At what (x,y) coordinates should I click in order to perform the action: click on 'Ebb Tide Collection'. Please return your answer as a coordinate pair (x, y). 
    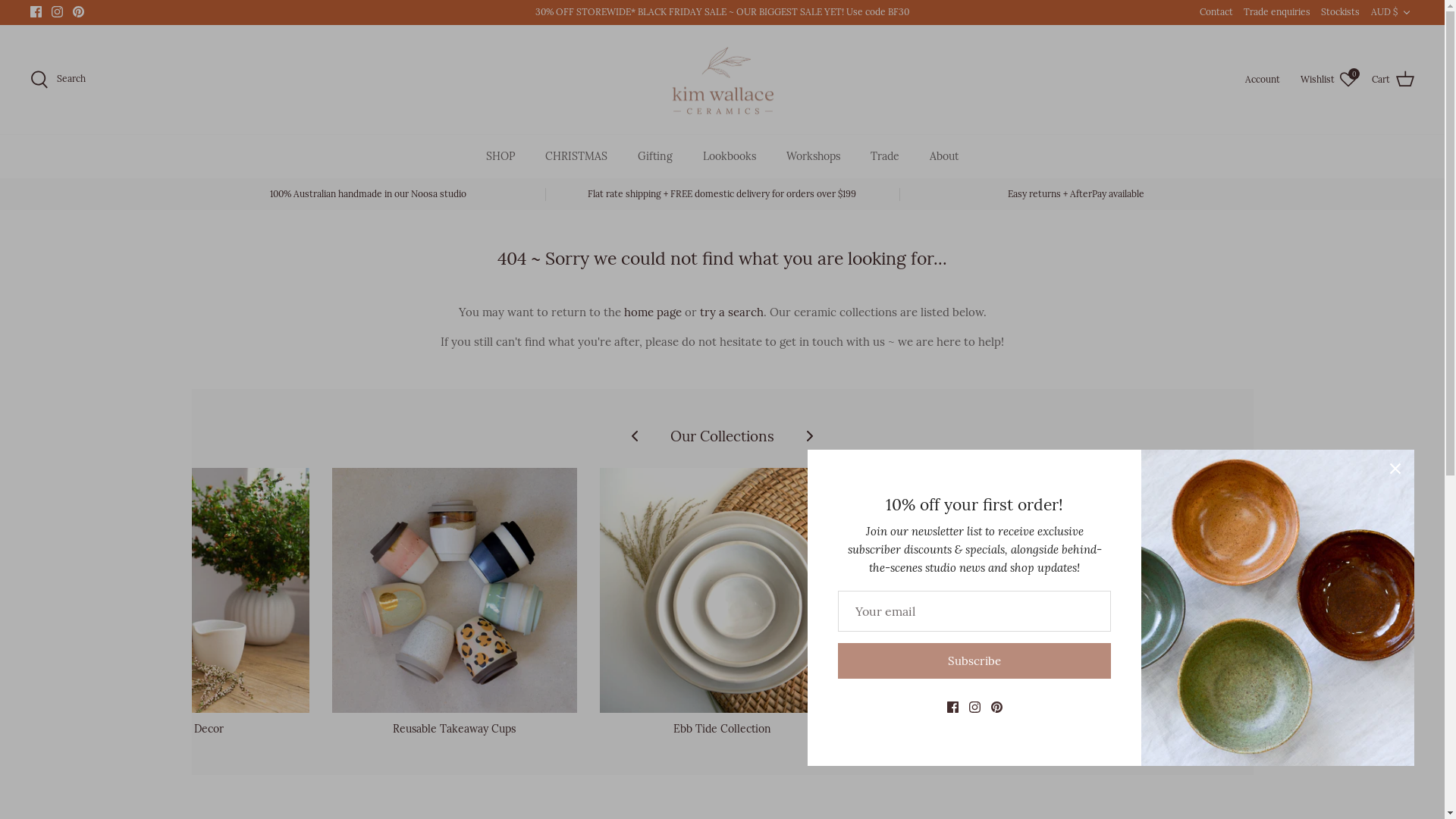
    Looking at the image, I should click on (721, 601).